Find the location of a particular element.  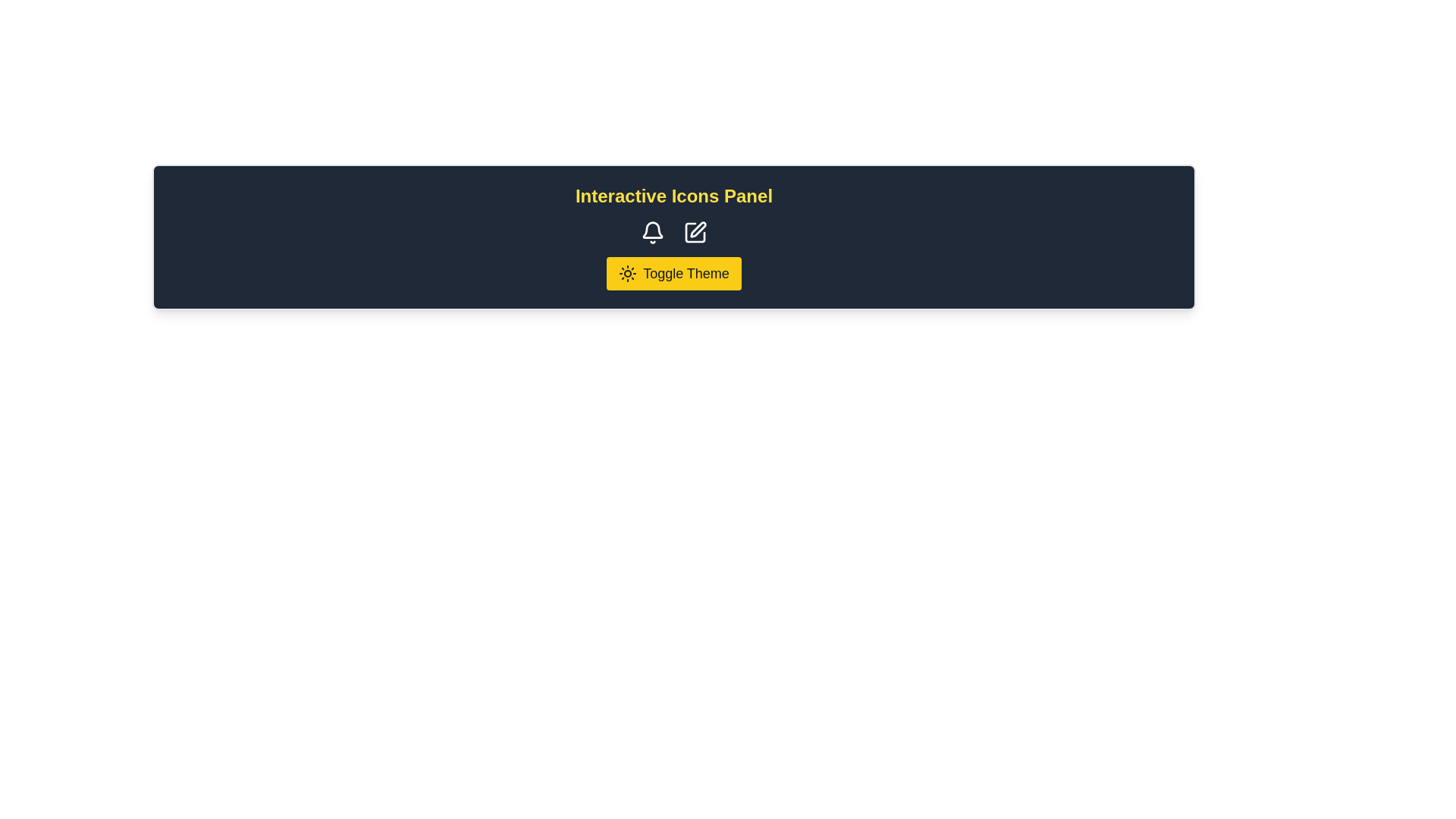

the pen icon button, which symbolizes an edit action, located at the center of a dark rectangular panel and is the second icon from the left is located at coordinates (694, 233).